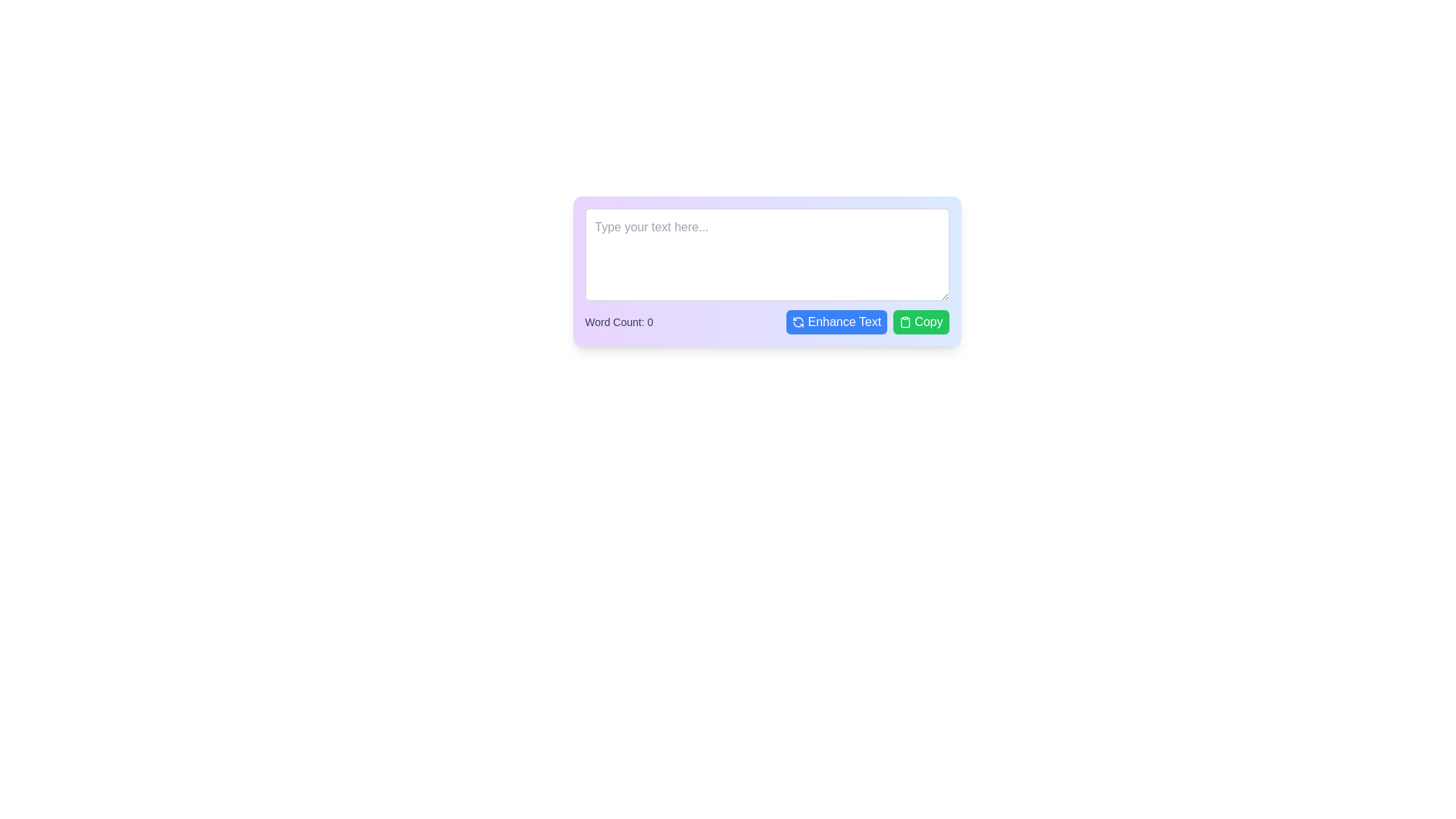  Describe the element at coordinates (798, 321) in the screenshot. I see `the circular arrow icon on the left edge of the 'Enhance Text' button` at that location.